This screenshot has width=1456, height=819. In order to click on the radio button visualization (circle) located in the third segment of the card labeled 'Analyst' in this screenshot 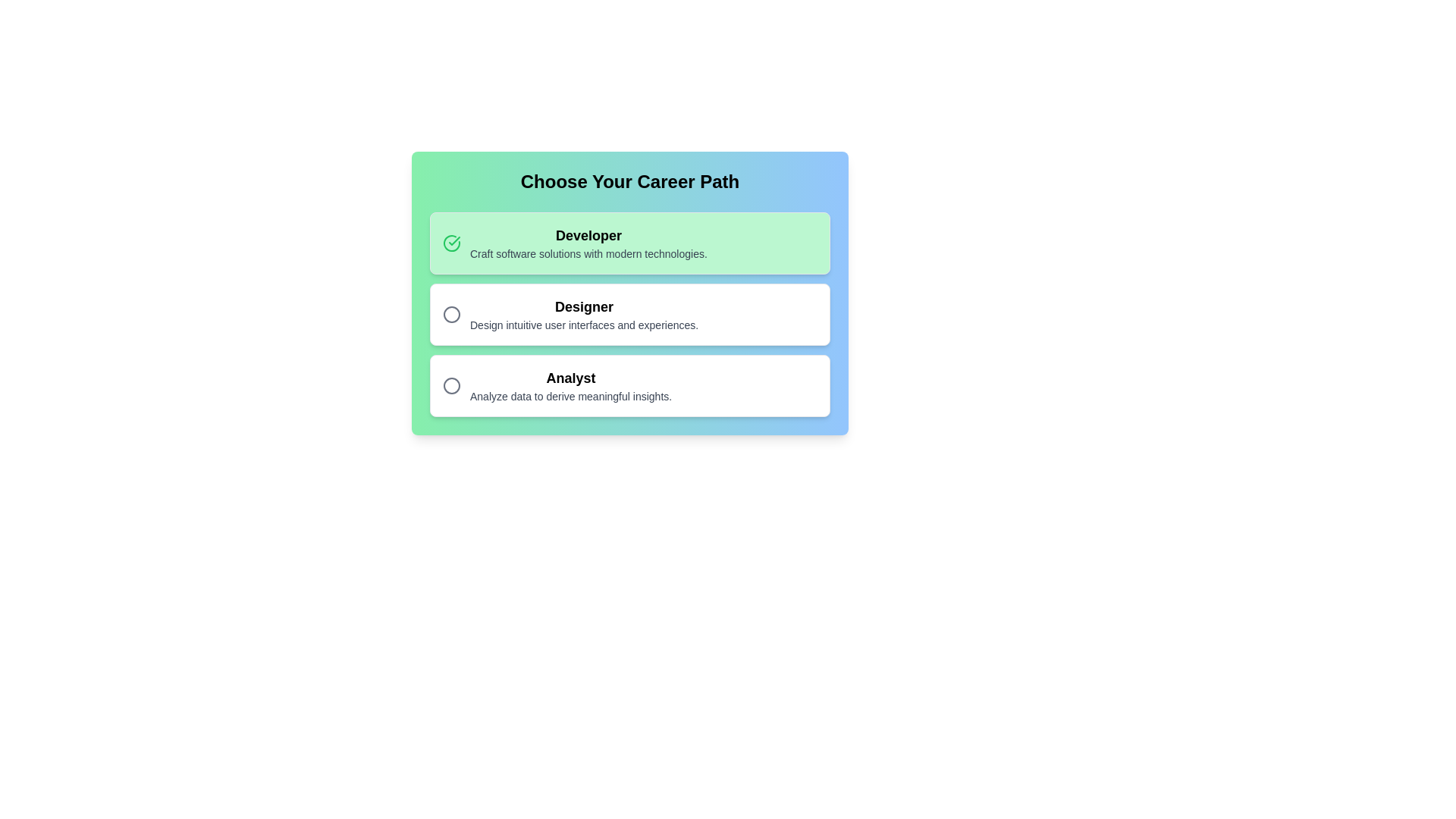, I will do `click(450, 385)`.